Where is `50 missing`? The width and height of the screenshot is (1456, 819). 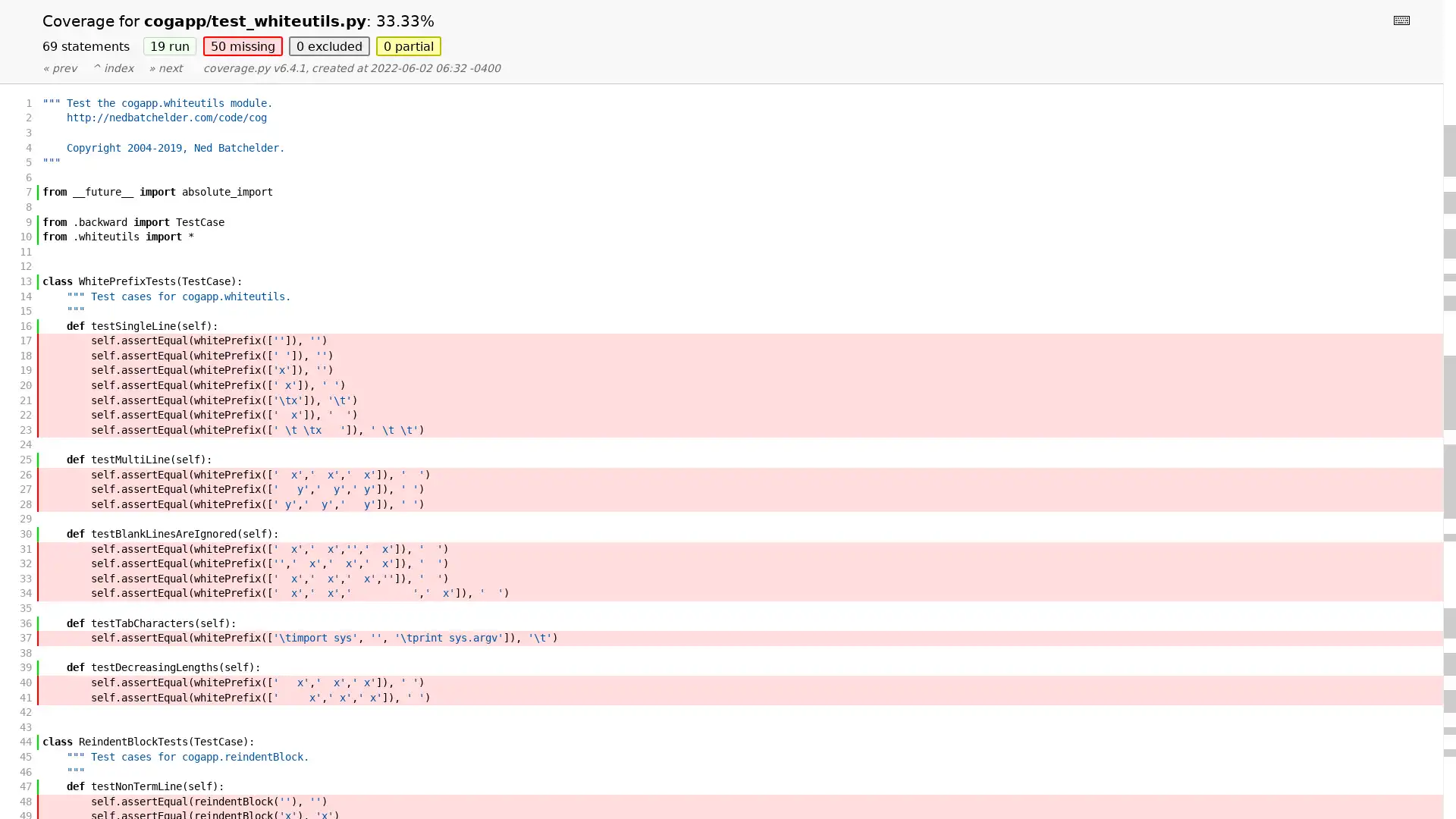 50 missing is located at coordinates (241, 45).